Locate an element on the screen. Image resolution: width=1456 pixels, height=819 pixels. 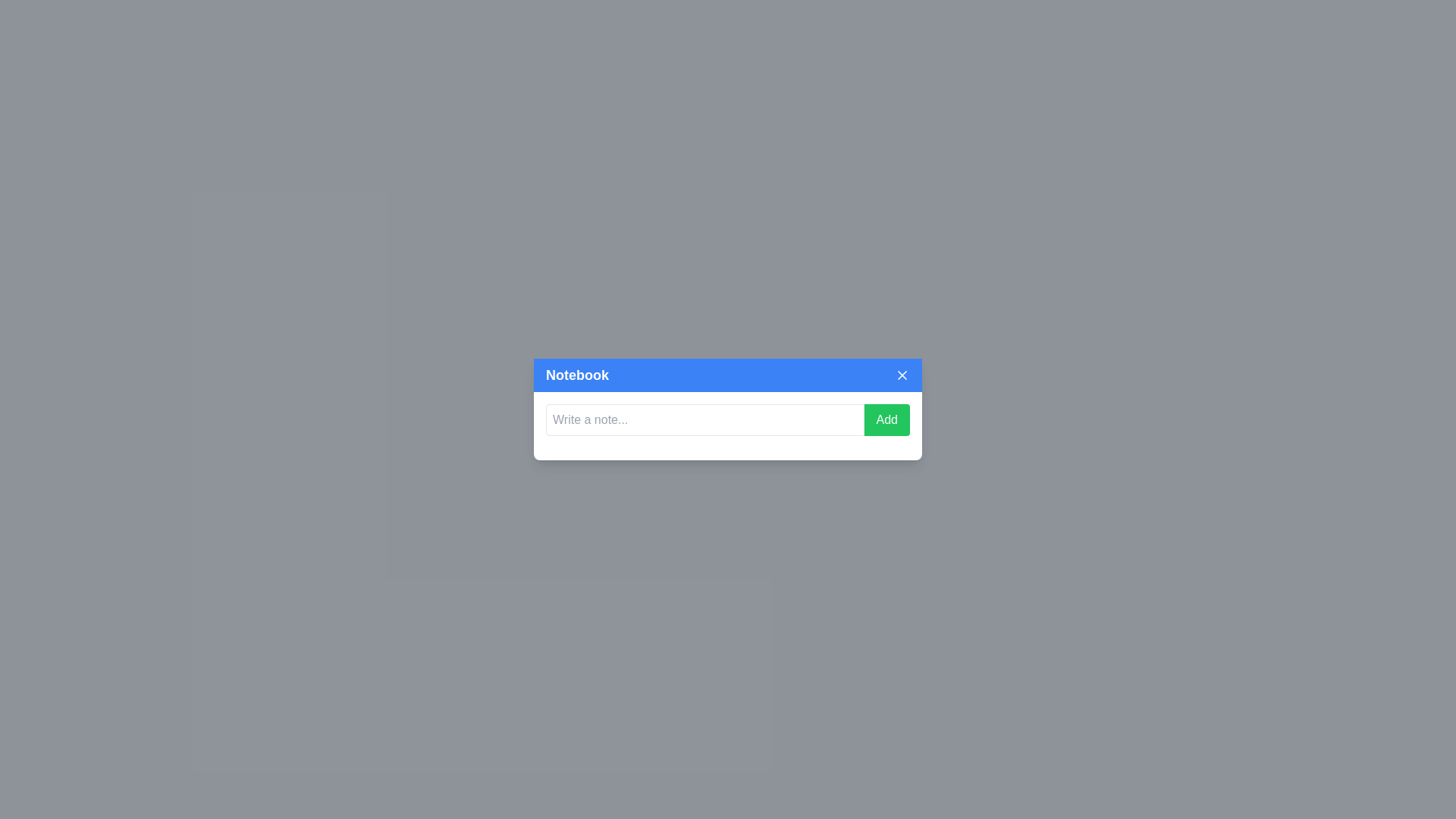
the 'Add' button to add the note is located at coordinates (886, 420).